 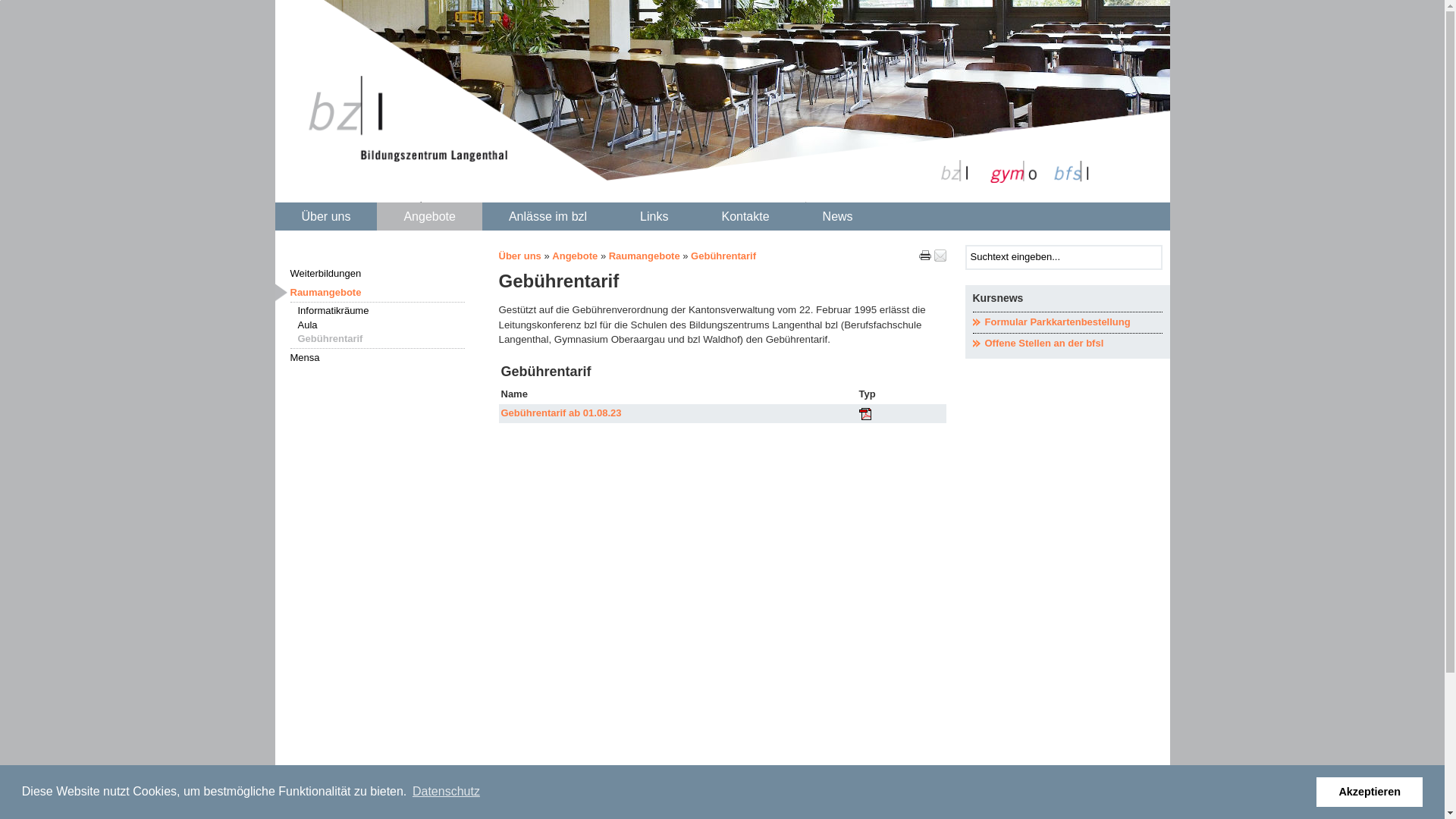 What do you see at coordinates (377, 274) in the screenshot?
I see `'Weiterbildungen'` at bounding box center [377, 274].